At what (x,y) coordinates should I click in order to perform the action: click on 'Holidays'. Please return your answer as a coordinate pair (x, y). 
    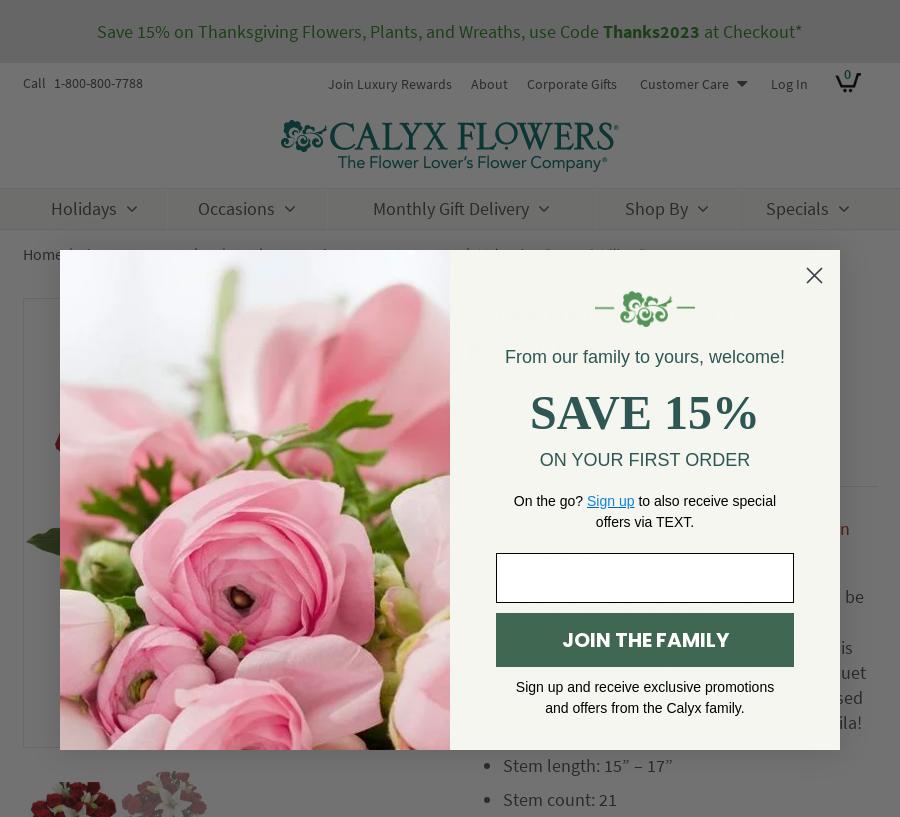
    Looking at the image, I should click on (50, 206).